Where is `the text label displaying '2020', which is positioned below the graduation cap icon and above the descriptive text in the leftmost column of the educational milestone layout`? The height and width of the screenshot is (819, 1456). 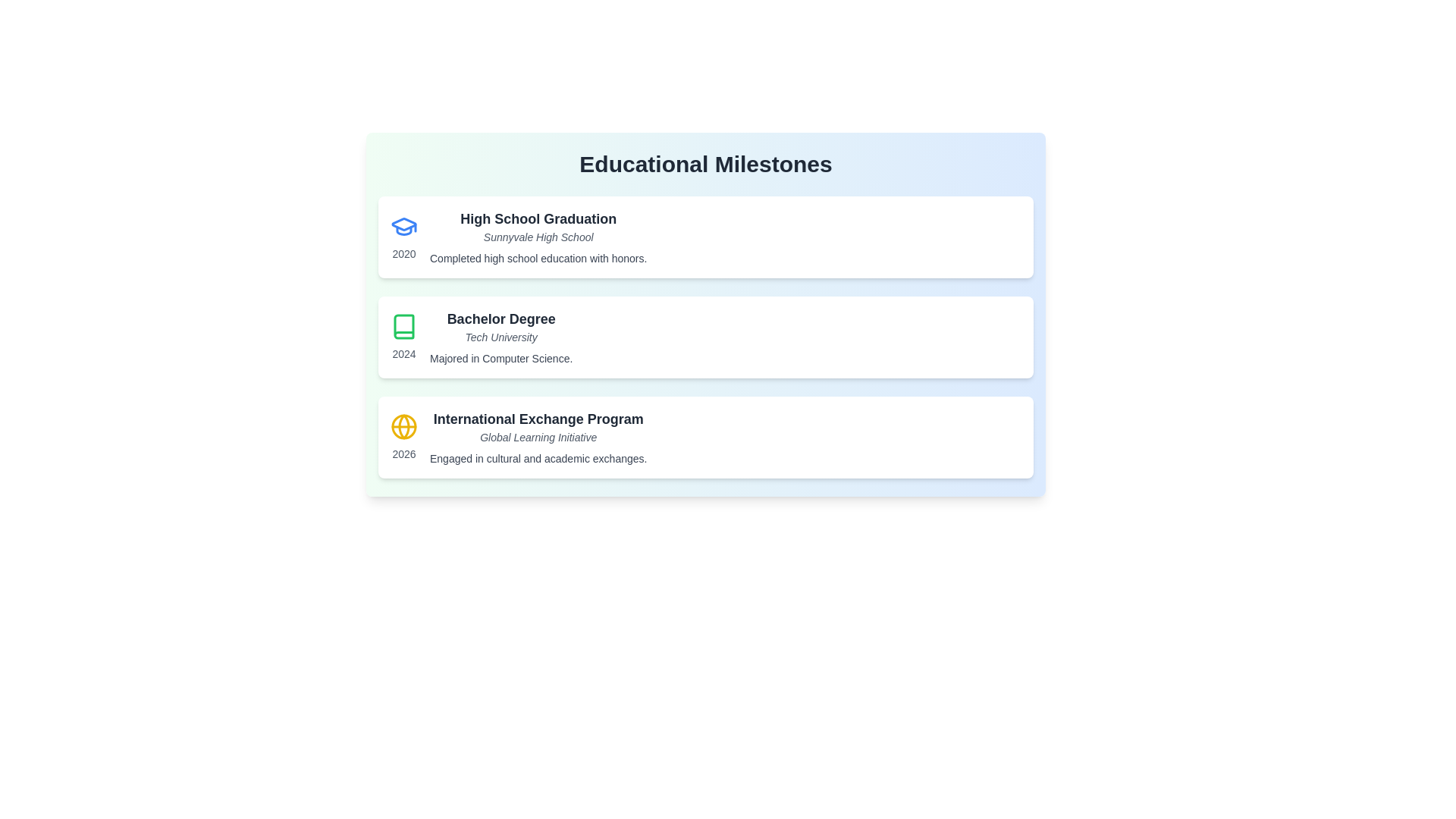 the text label displaying '2020', which is positioned below the graduation cap icon and above the descriptive text in the leftmost column of the educational milestone layout is located at coordinates (403, 253).